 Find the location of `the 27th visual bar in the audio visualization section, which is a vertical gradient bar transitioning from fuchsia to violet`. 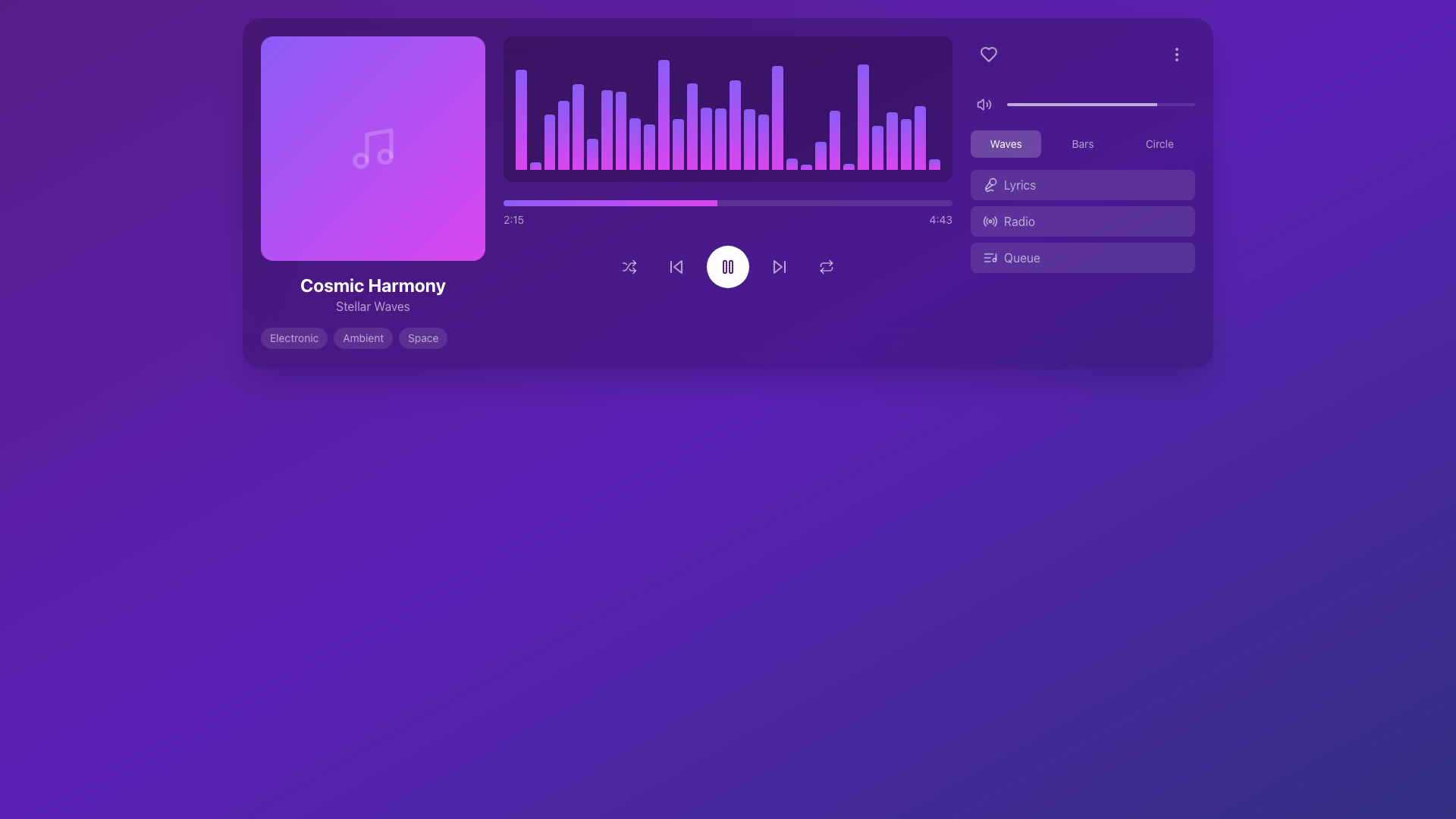

the 27th visual bar in the audio visualization section, which is a vertical gradient bar transitioning from fuchsia to violet is located at coordinates (892, 141).